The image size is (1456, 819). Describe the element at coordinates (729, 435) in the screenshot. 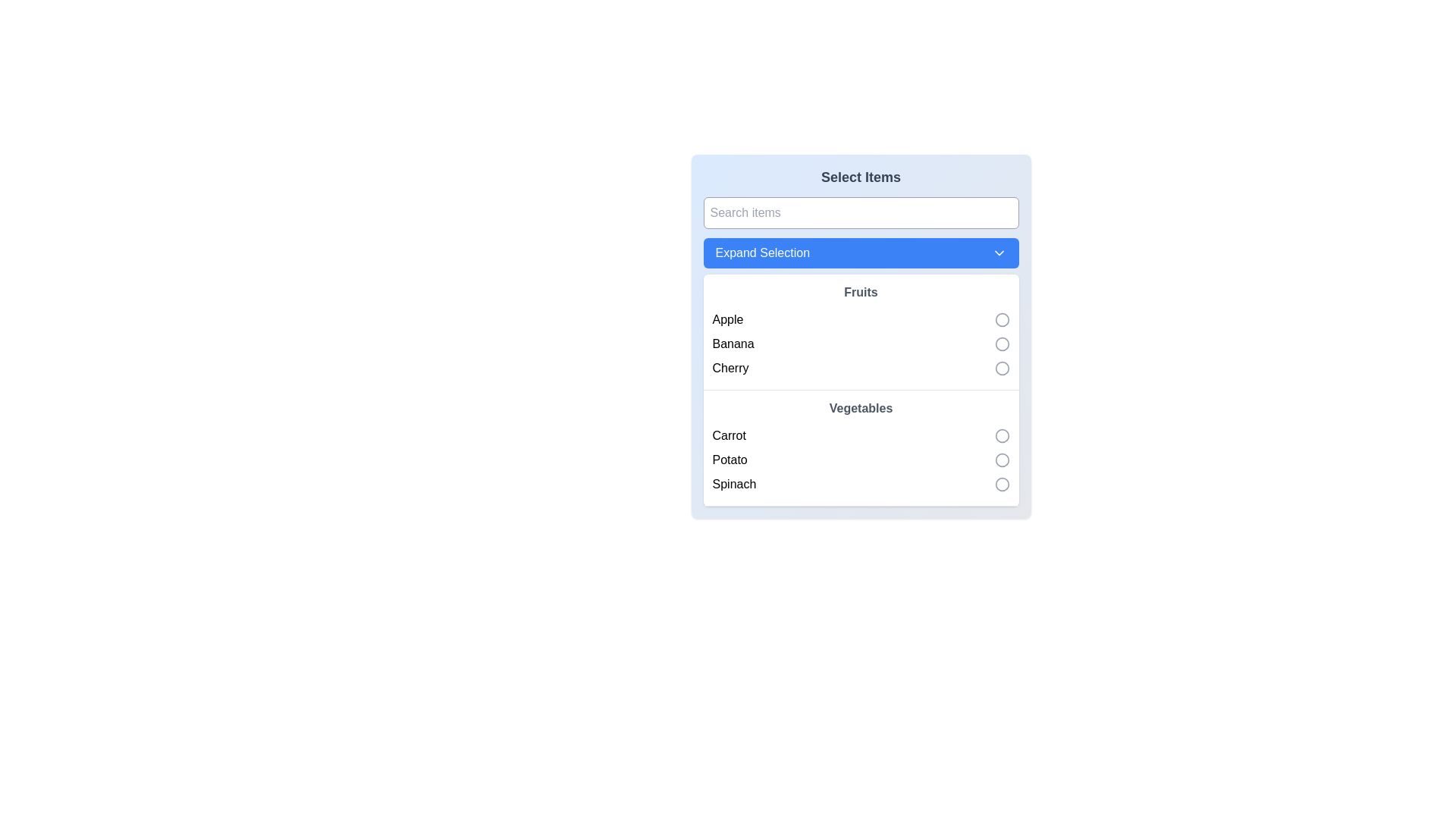

I see `the 'Carrot' text label in the 'Vegetables' section, which is the first item listed and is positioned to the left of a circular selection indicator` at that location.